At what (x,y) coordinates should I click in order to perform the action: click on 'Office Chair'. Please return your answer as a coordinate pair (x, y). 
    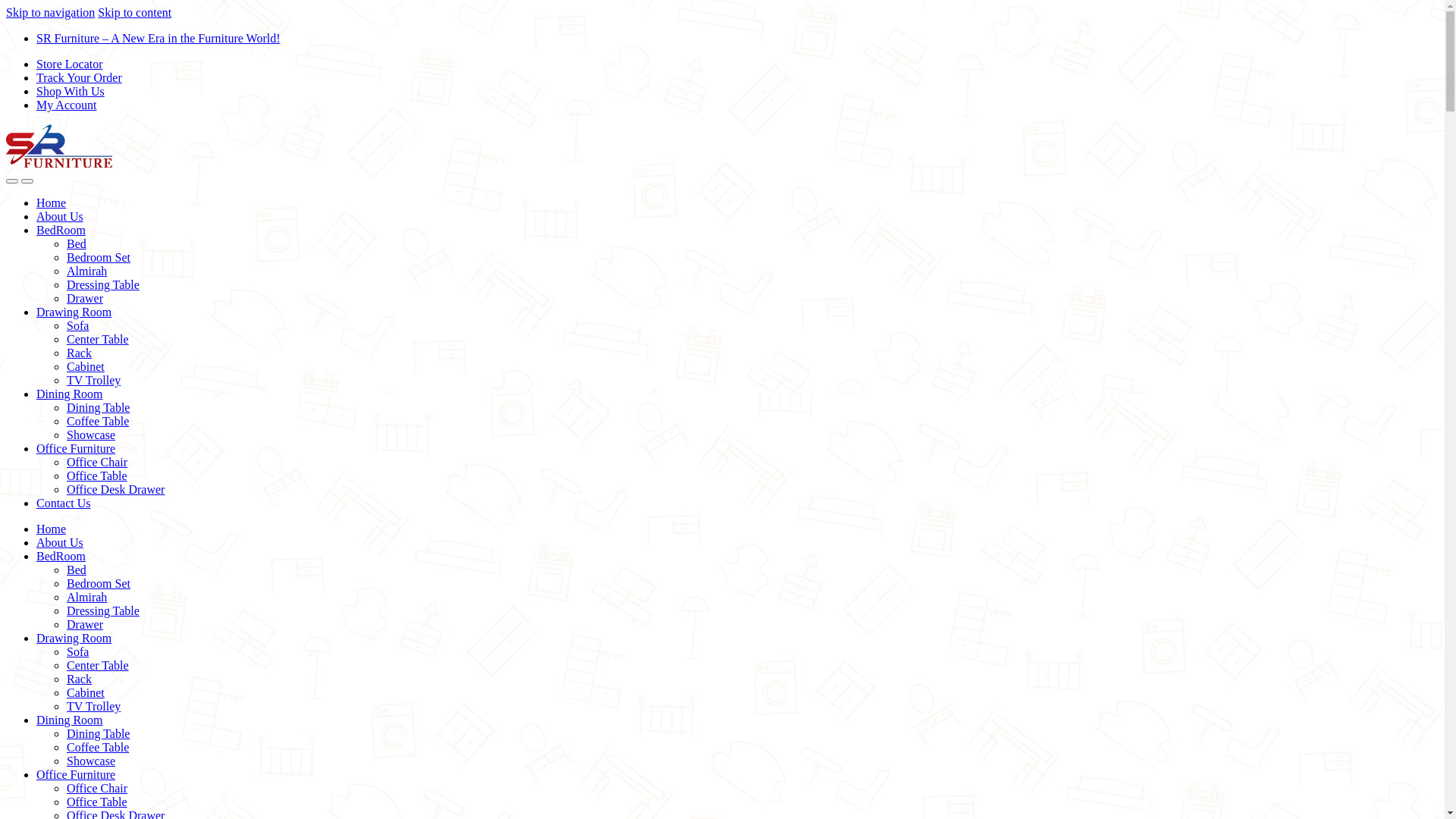
    Looking at the image, I should click on (96, 787).